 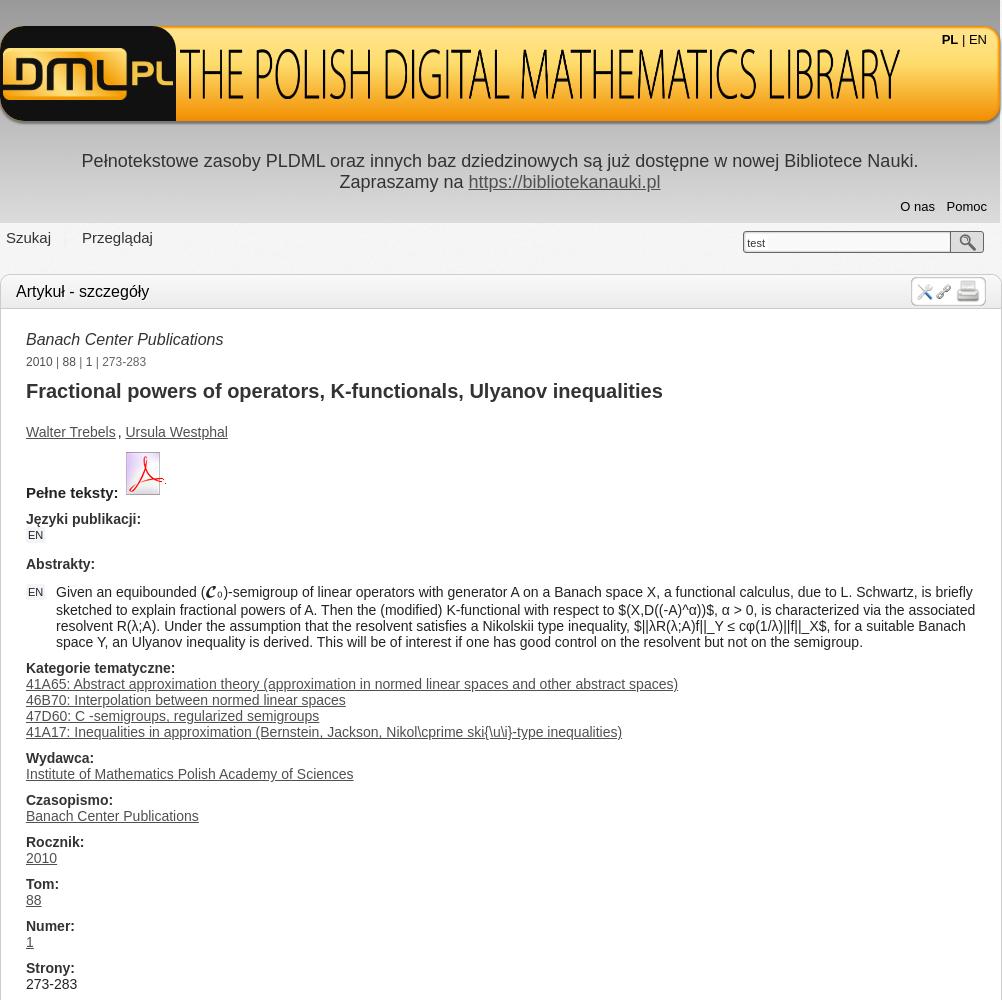 I want to click on 'PL', so click(x=948, y=39).